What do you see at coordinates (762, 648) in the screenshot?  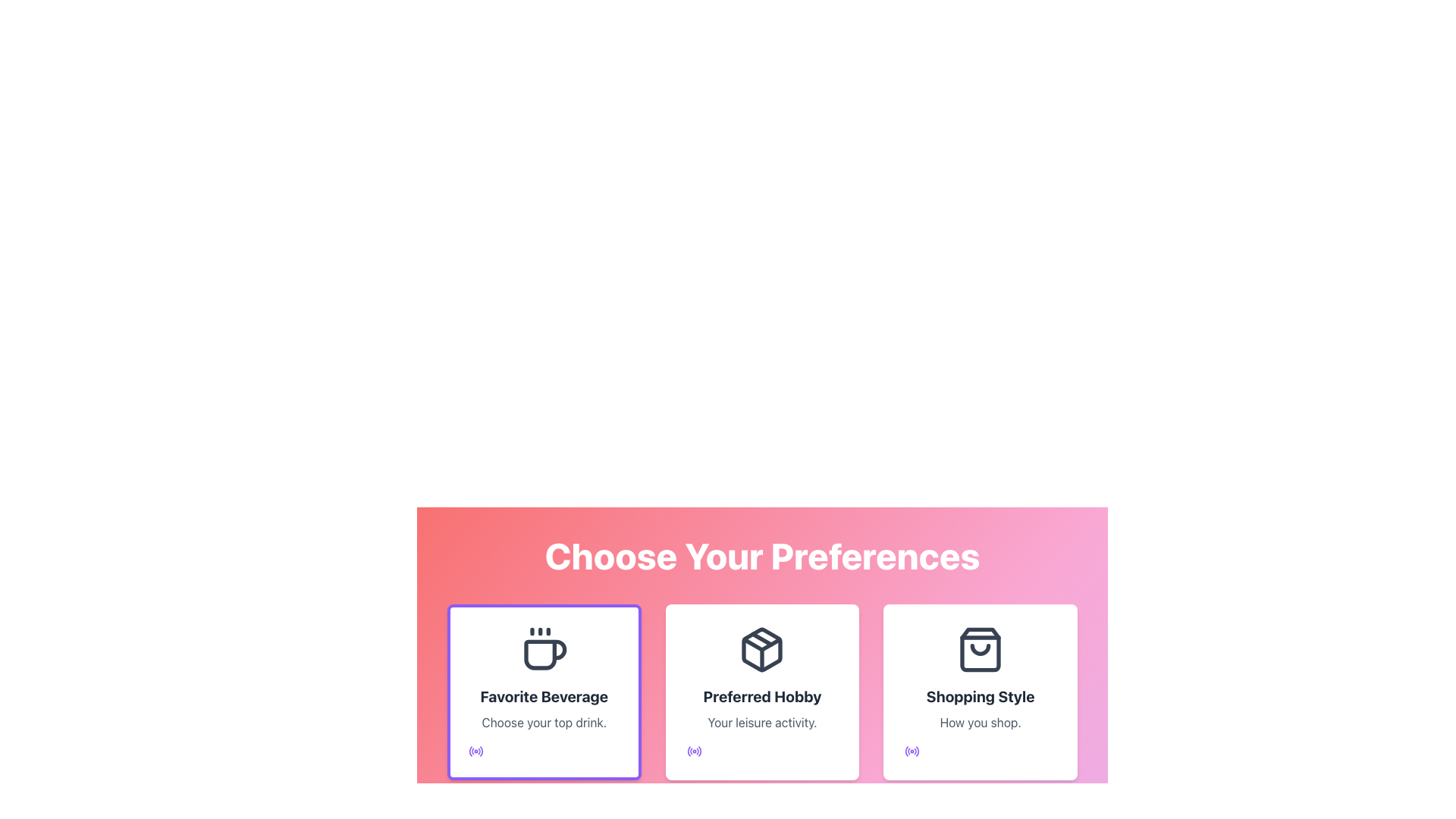 I see `the 'Preferred Hobby' icon` at bounding box center [762, 648].